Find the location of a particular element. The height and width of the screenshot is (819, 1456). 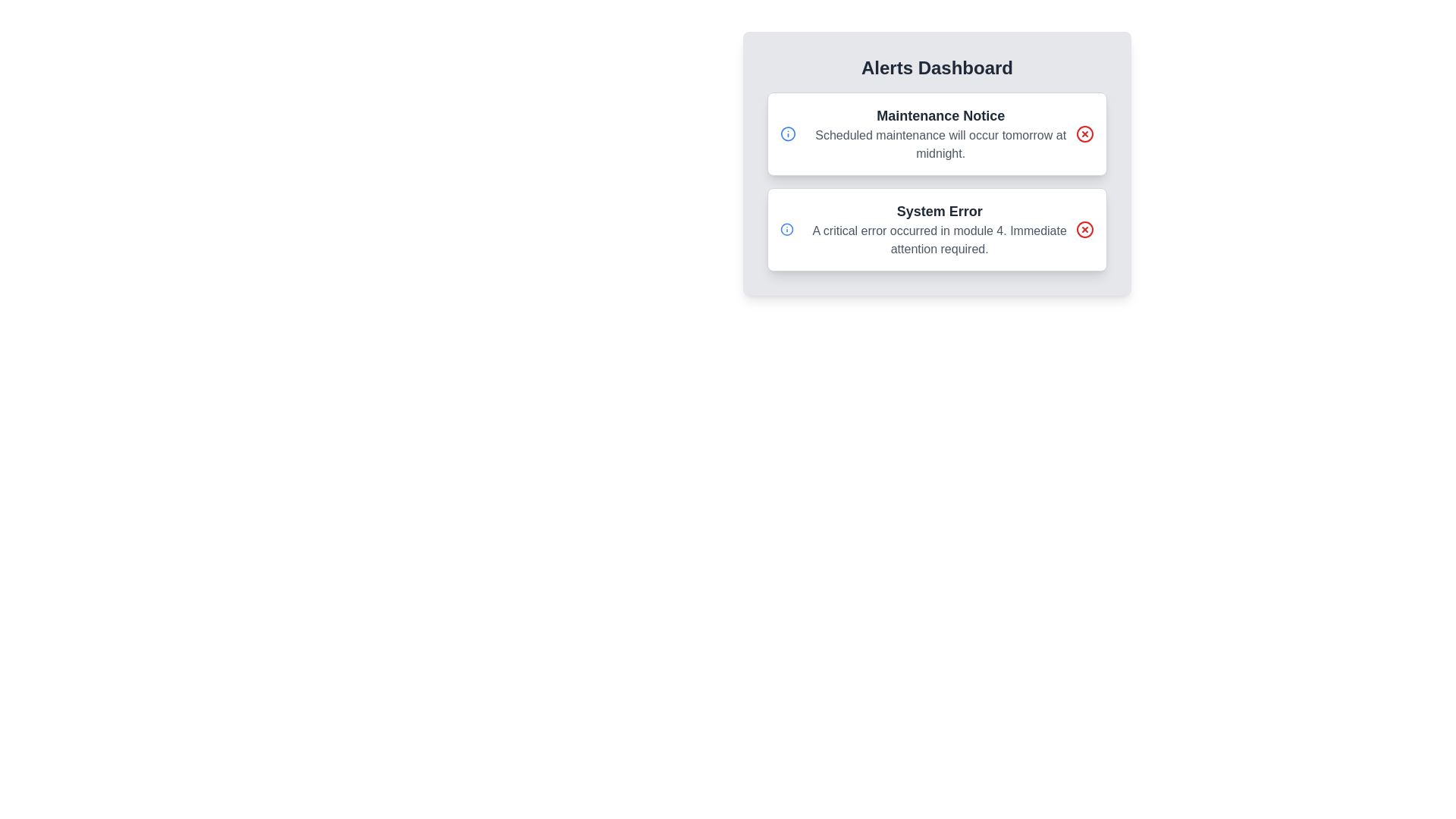

the 'Maintenance Notice' text label, which is prominently displayed in bold dark gray within the notification card at the top of the 'Alerts Dashboard' section is located at coordinates (940, 115).